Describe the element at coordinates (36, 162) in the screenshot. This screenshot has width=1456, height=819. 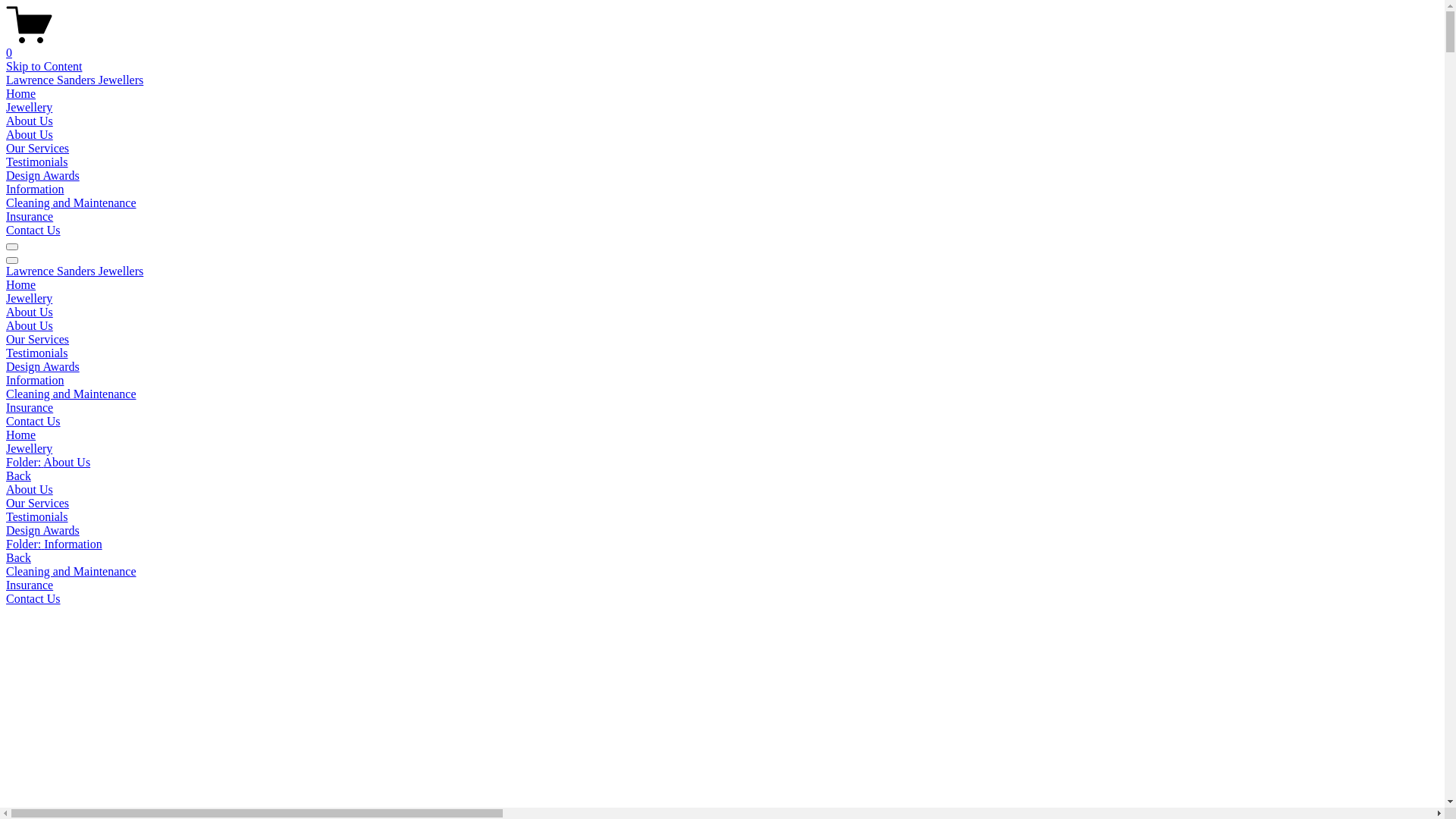
I see `'Testimonials'` at that location.